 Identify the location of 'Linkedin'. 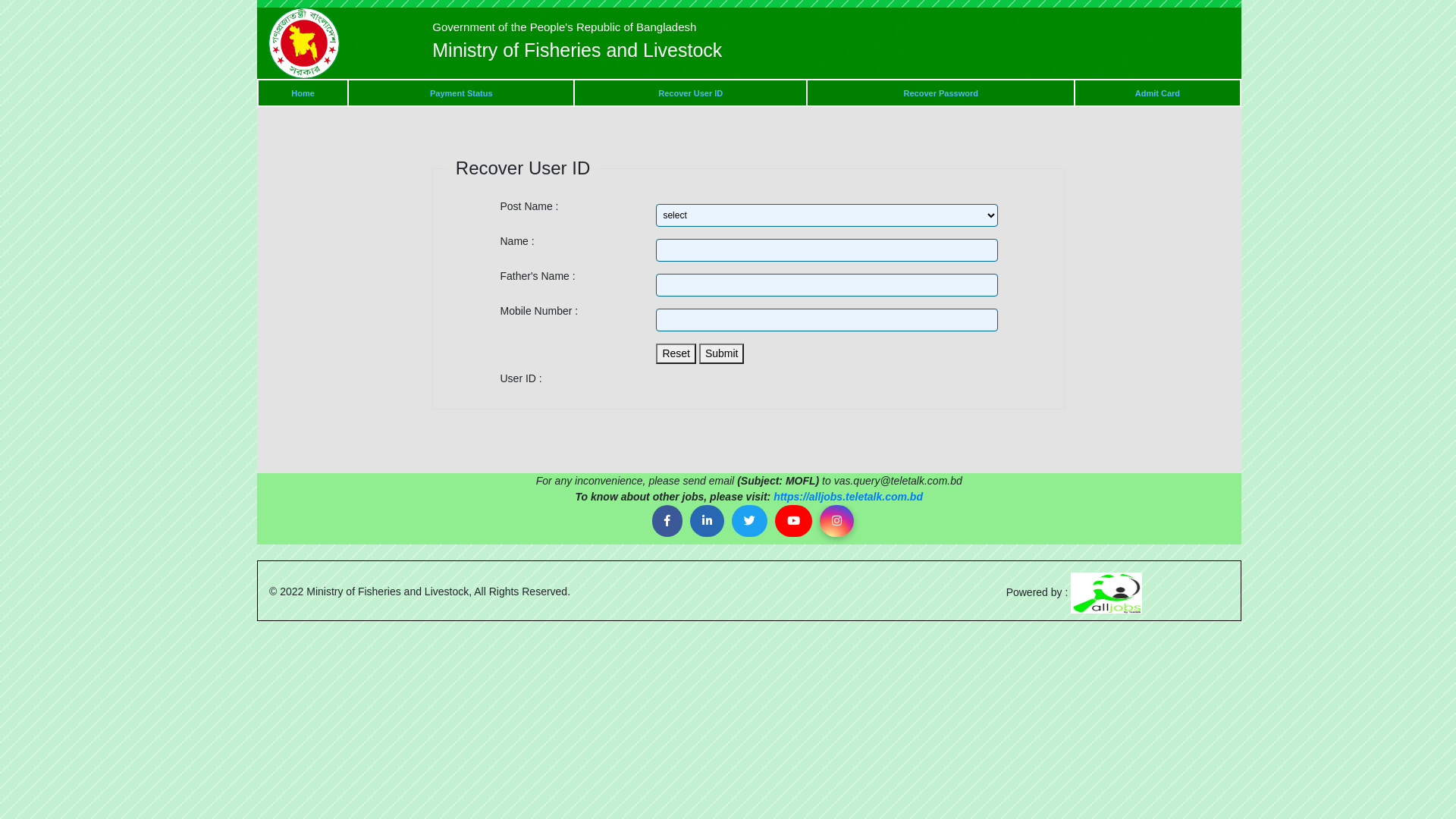
(706, 520).